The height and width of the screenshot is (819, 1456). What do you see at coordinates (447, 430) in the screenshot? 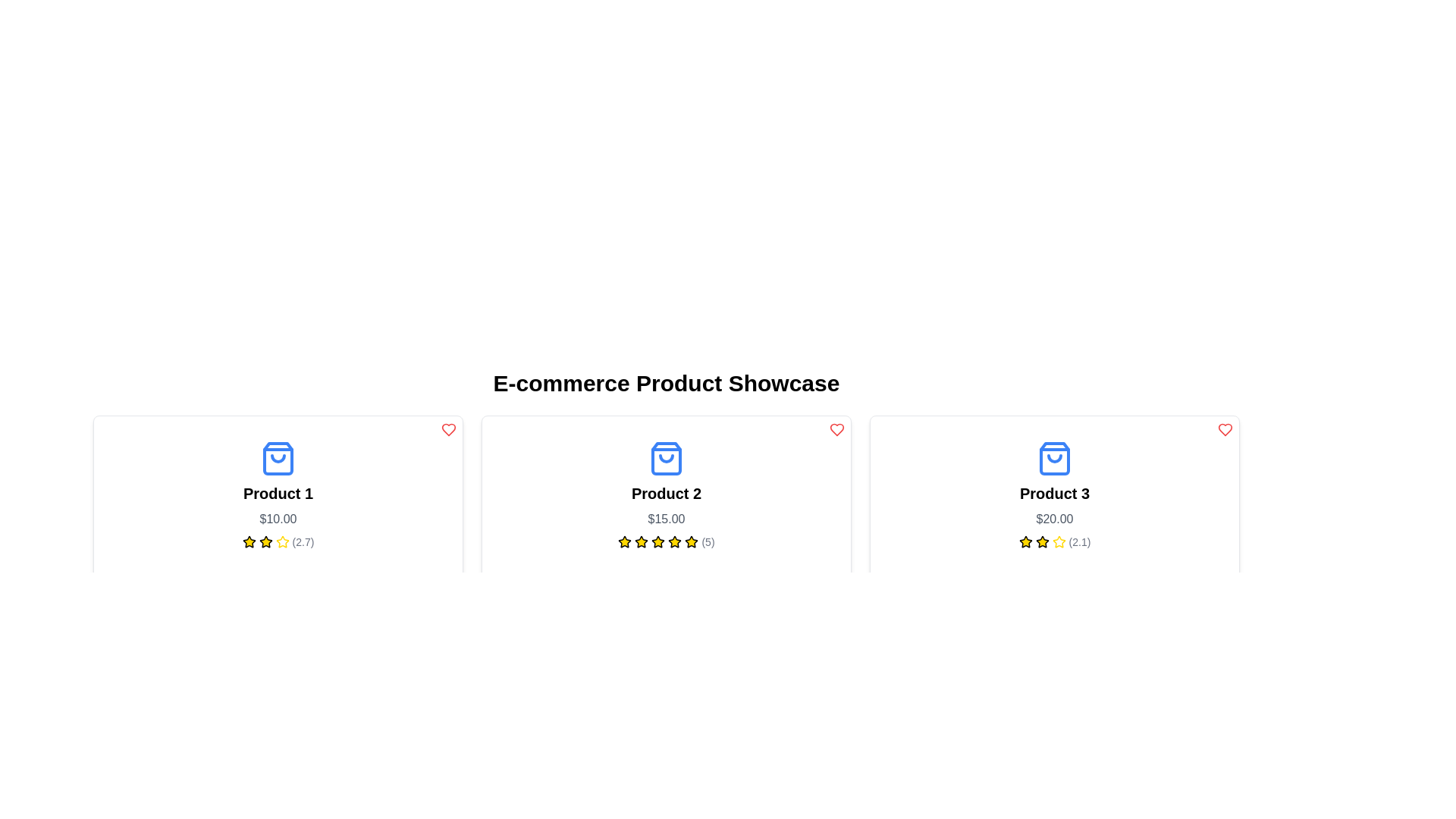
I see `the heart icon button in the top-right corner of the 'Product 1' card for keyboard interaction` at bounding box center [447, 430].